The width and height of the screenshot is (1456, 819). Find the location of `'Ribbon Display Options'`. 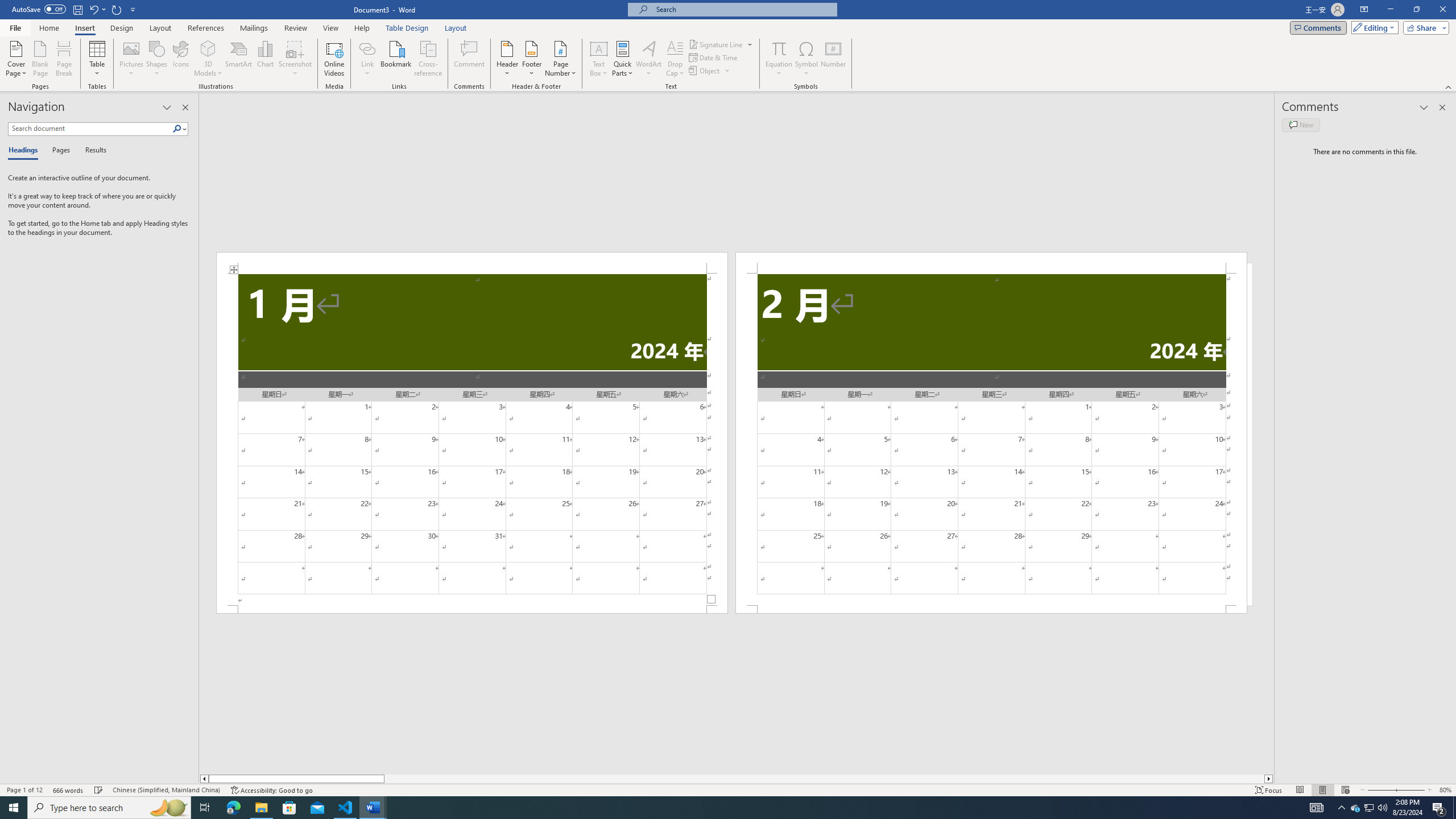

'Ribbon Display Options' is located at coordinates (1363, 9).